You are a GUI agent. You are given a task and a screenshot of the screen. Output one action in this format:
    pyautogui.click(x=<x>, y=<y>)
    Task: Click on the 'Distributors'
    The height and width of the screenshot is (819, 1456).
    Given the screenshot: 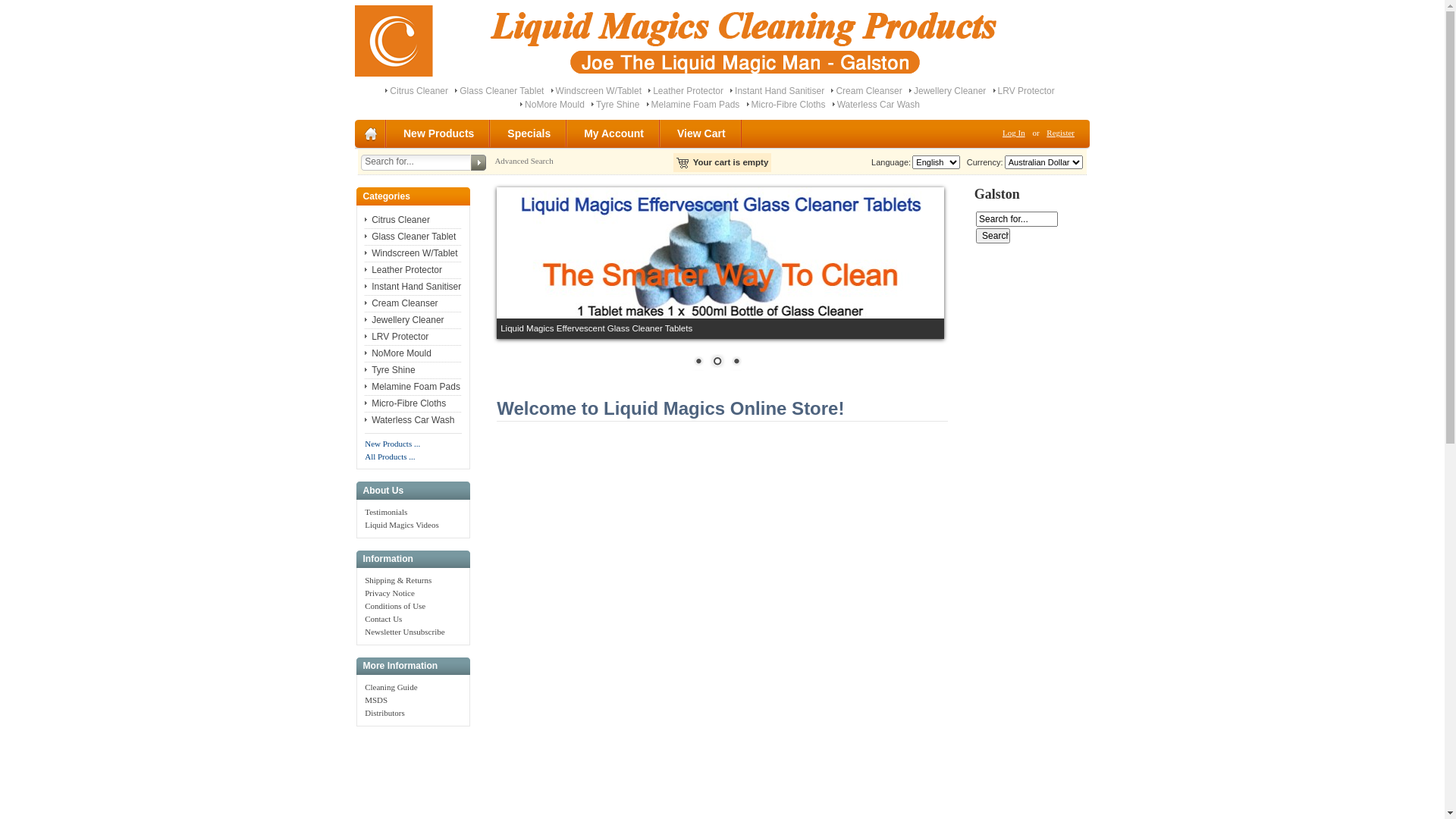 What is the action you would take?
    pyautogui.click(x=364, y=713)
    